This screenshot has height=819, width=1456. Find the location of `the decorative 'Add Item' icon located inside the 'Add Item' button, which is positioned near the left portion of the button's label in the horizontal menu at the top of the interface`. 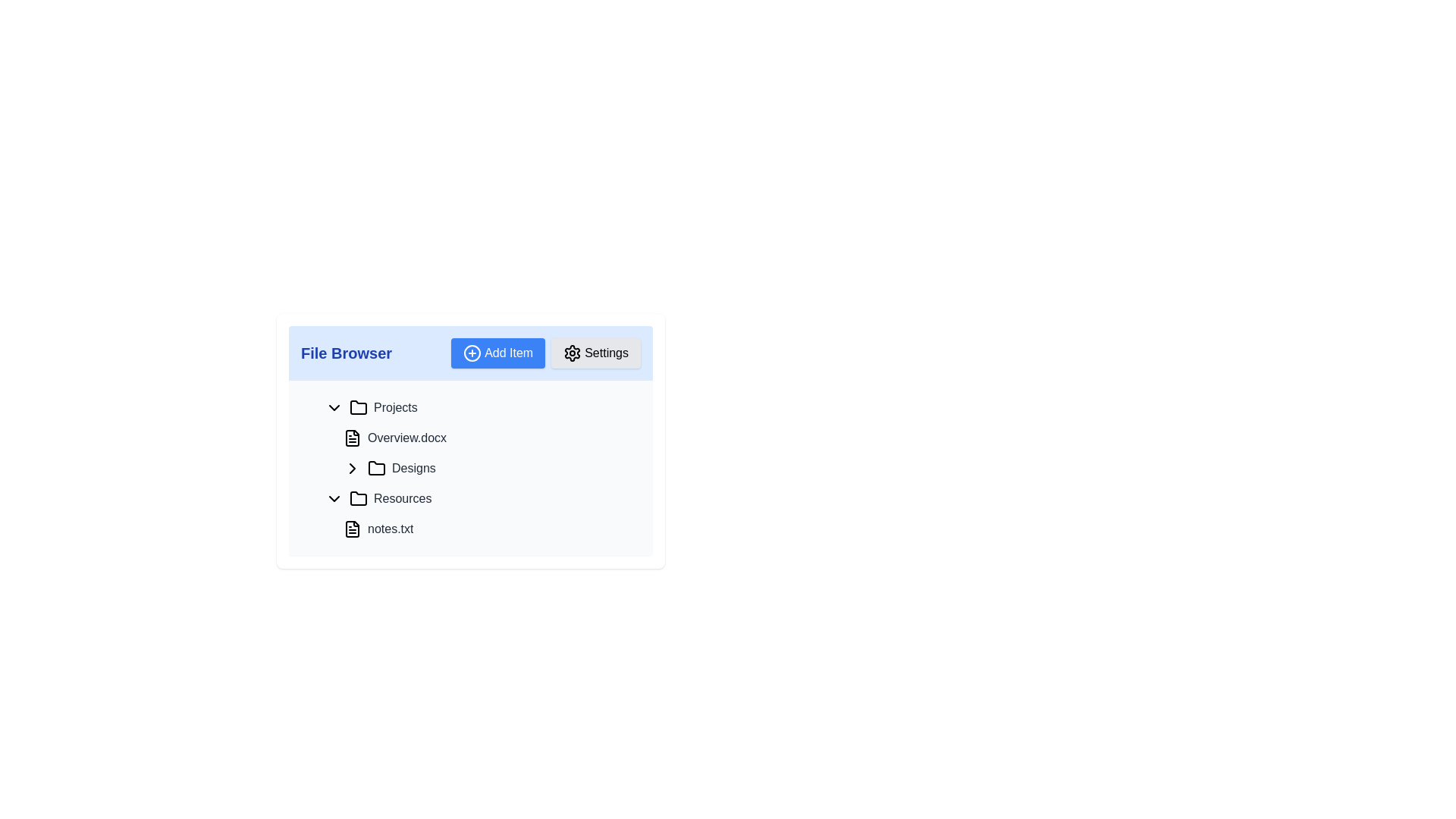

the decorative 'Add Item' icon located inside the 'Add Item' button, which is positioned near the left portion of the button's label in the horizontal menu at the top of the interface is located at coordinates (472, 353).